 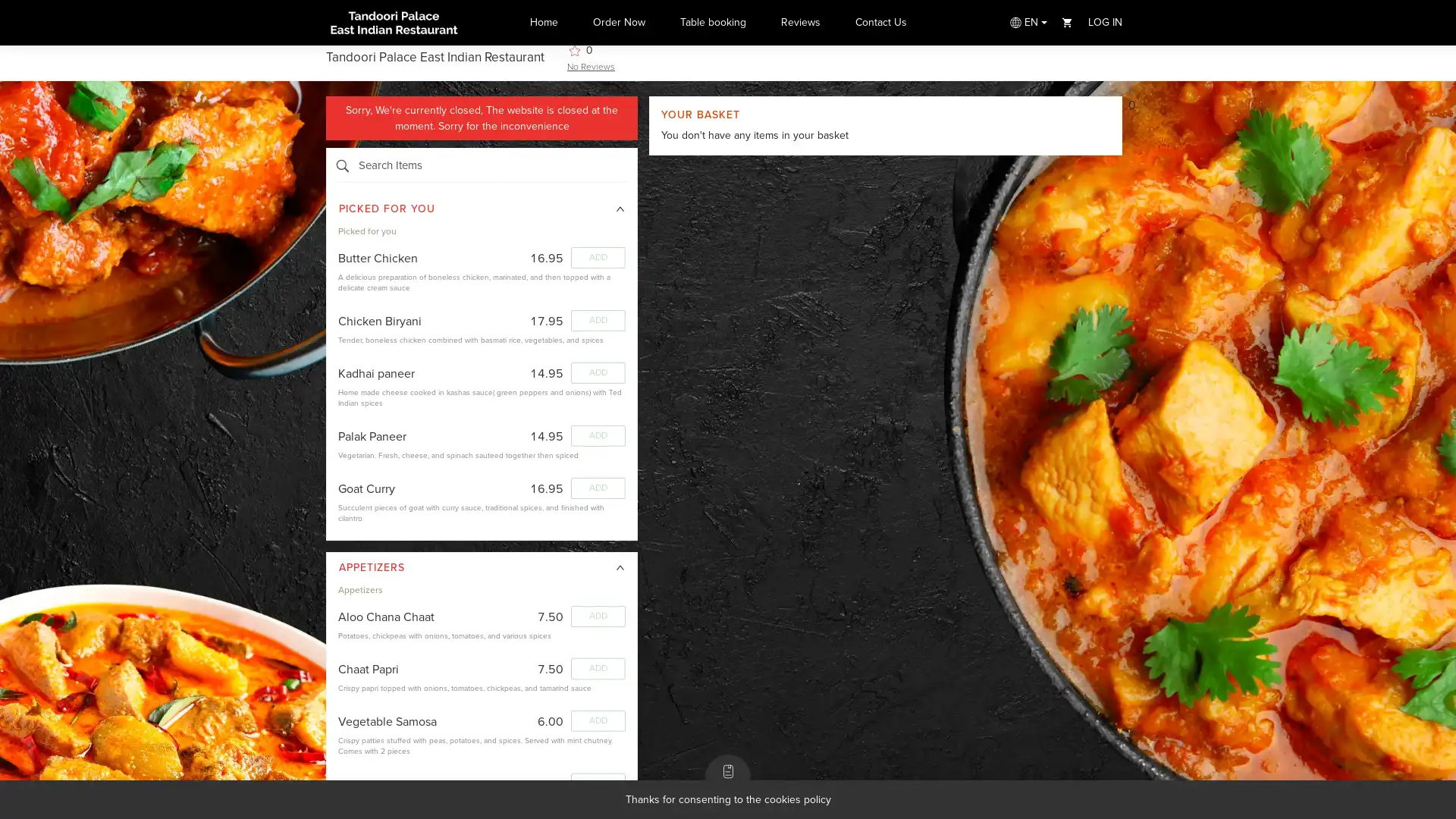 I want to click on icon: right APPETIZERS, so click(x=481, y=567).